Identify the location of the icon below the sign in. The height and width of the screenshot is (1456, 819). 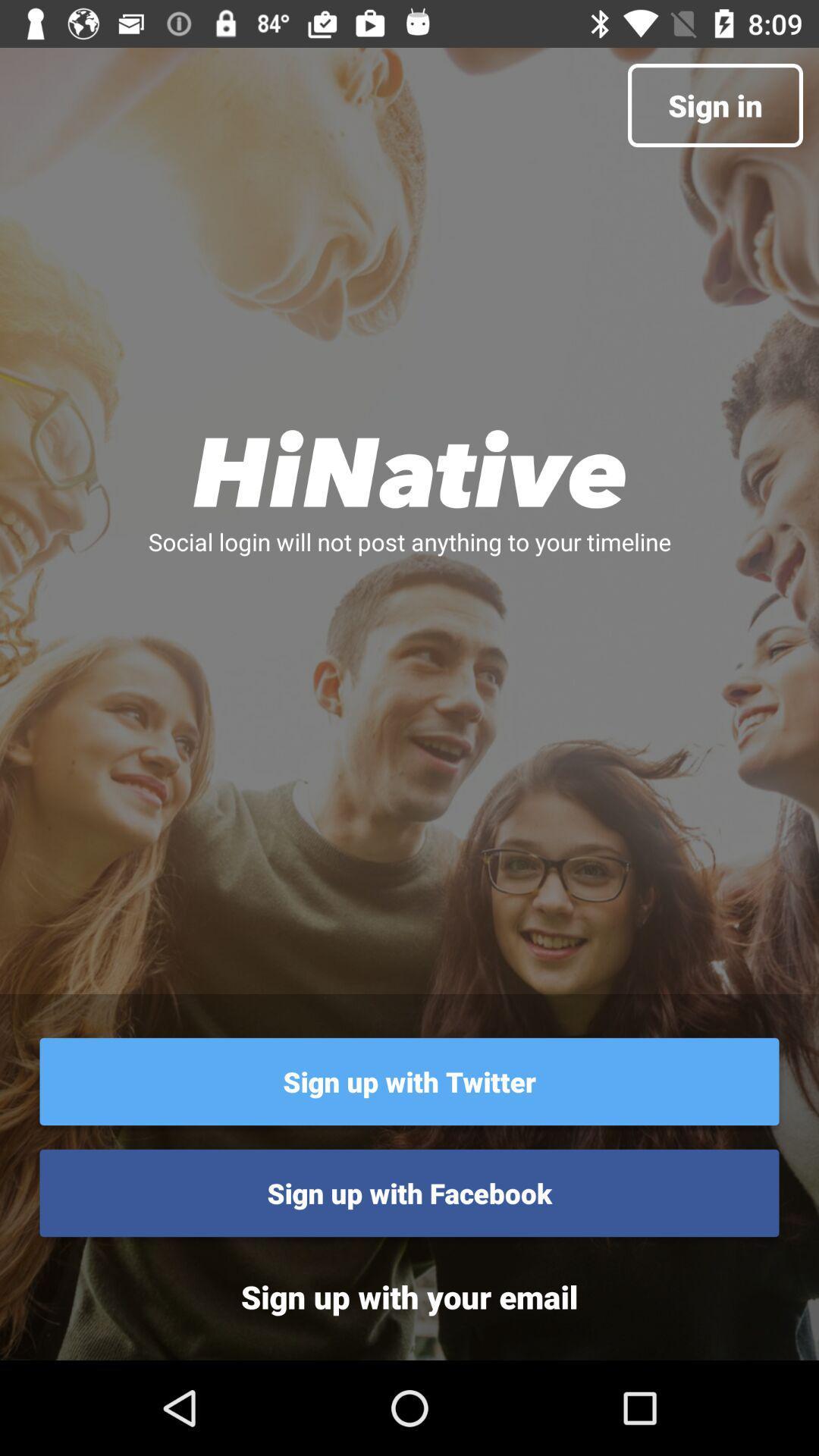
(409, 468).